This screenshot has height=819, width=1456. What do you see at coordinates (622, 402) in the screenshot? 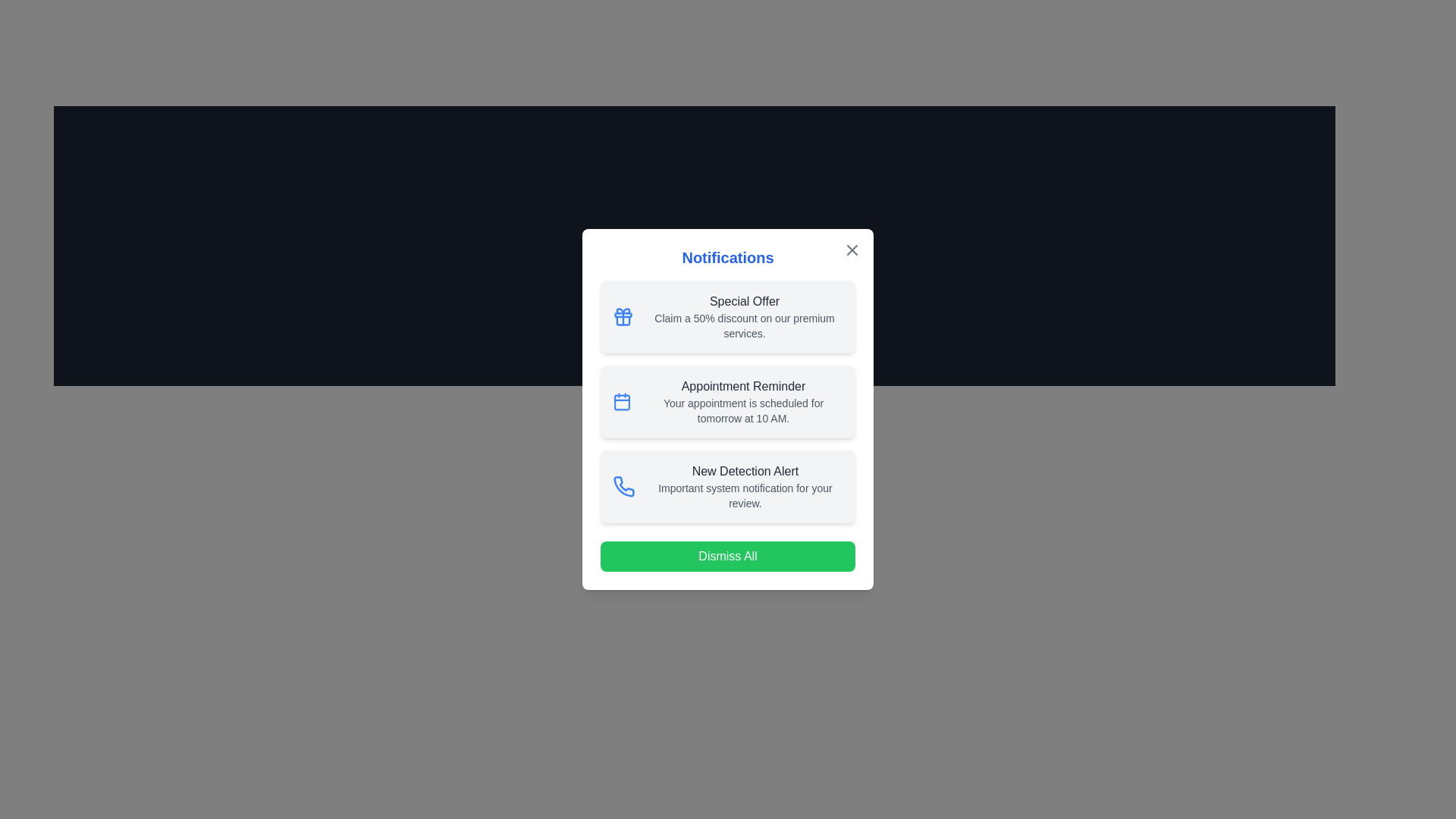
I see `SVG calendar icon element, which is a blue square with rounded corners located within the 'Appointment Reminder' notification, using developer tools` at bounding box center [622, 402].